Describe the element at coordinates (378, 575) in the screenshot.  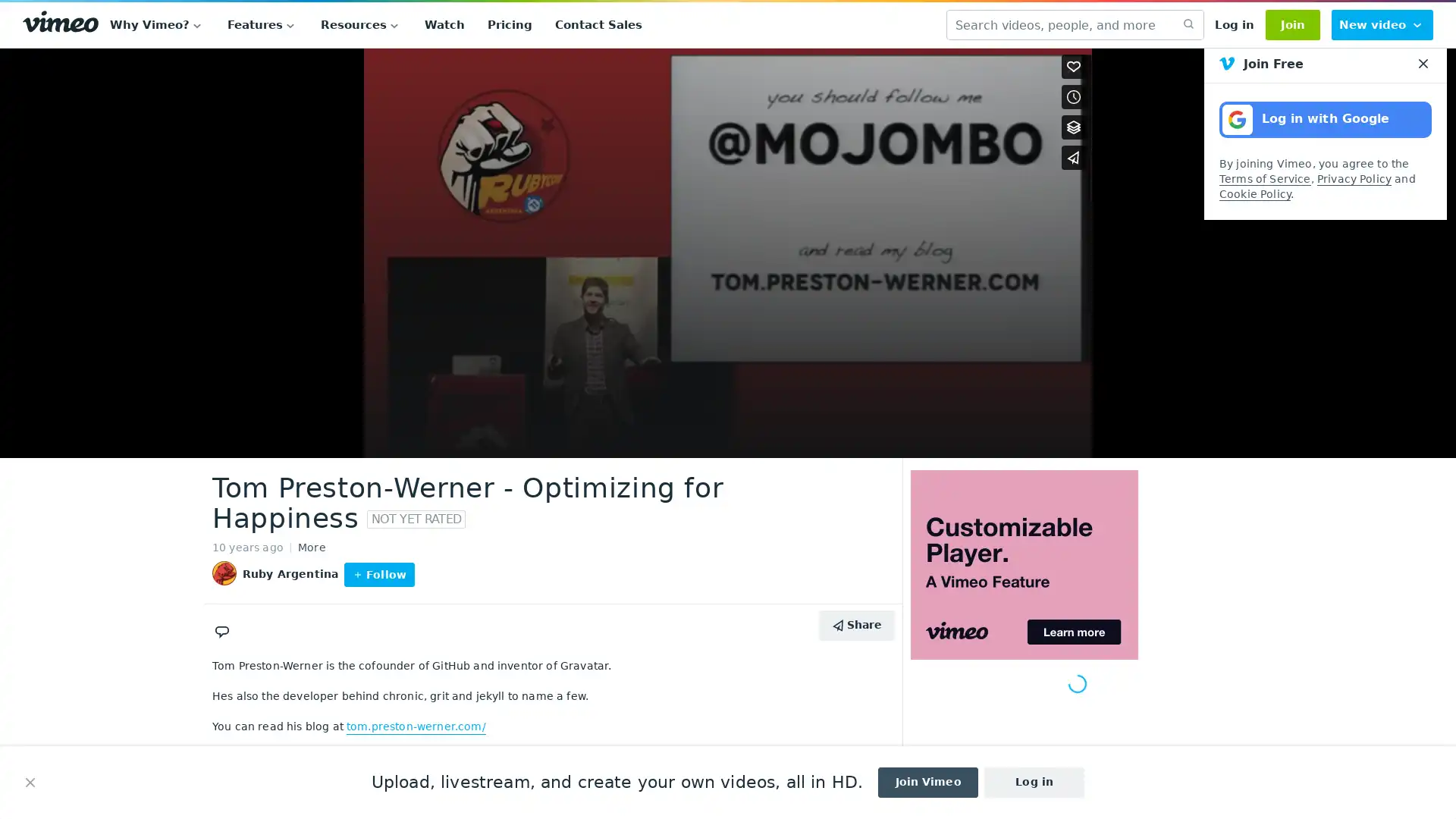
I see `Follow` at that location.